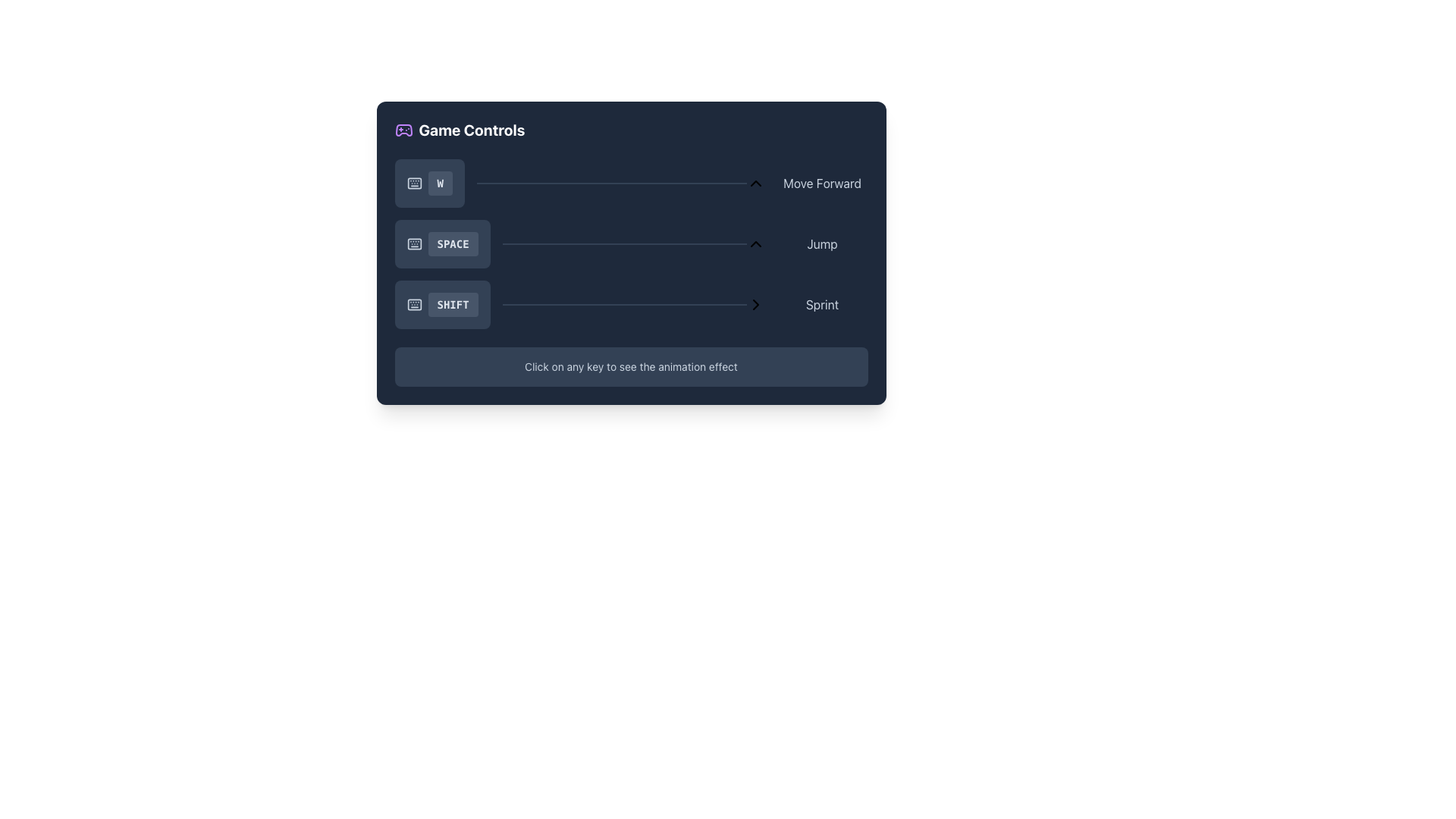 This screenshot has width=1456, height=819. I want to click on the slider, so click(694, 183).